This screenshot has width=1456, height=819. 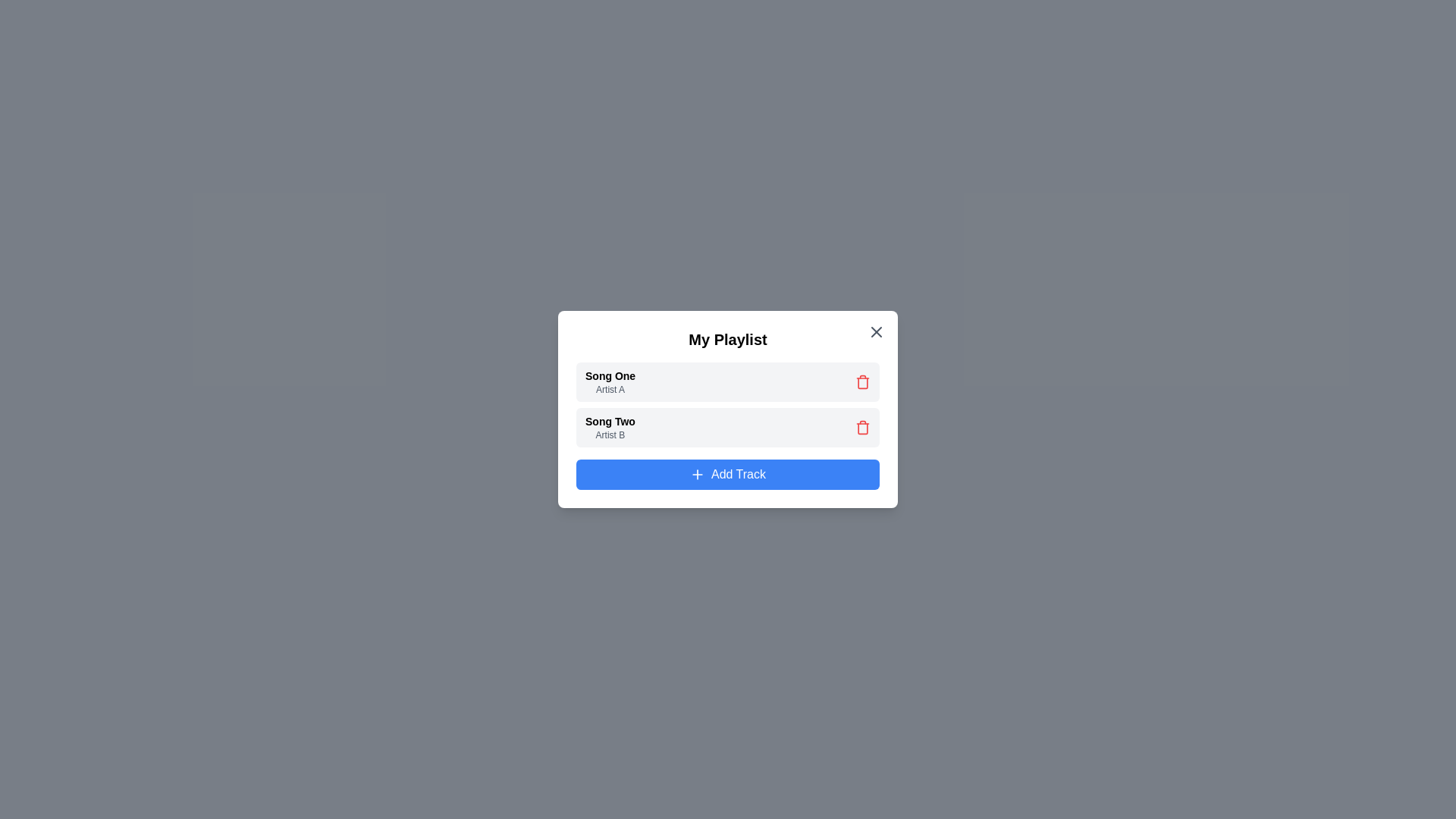 I want to click on the list item box displaying 'Song Two' by 'Artist B', so click(x=728, y=427).